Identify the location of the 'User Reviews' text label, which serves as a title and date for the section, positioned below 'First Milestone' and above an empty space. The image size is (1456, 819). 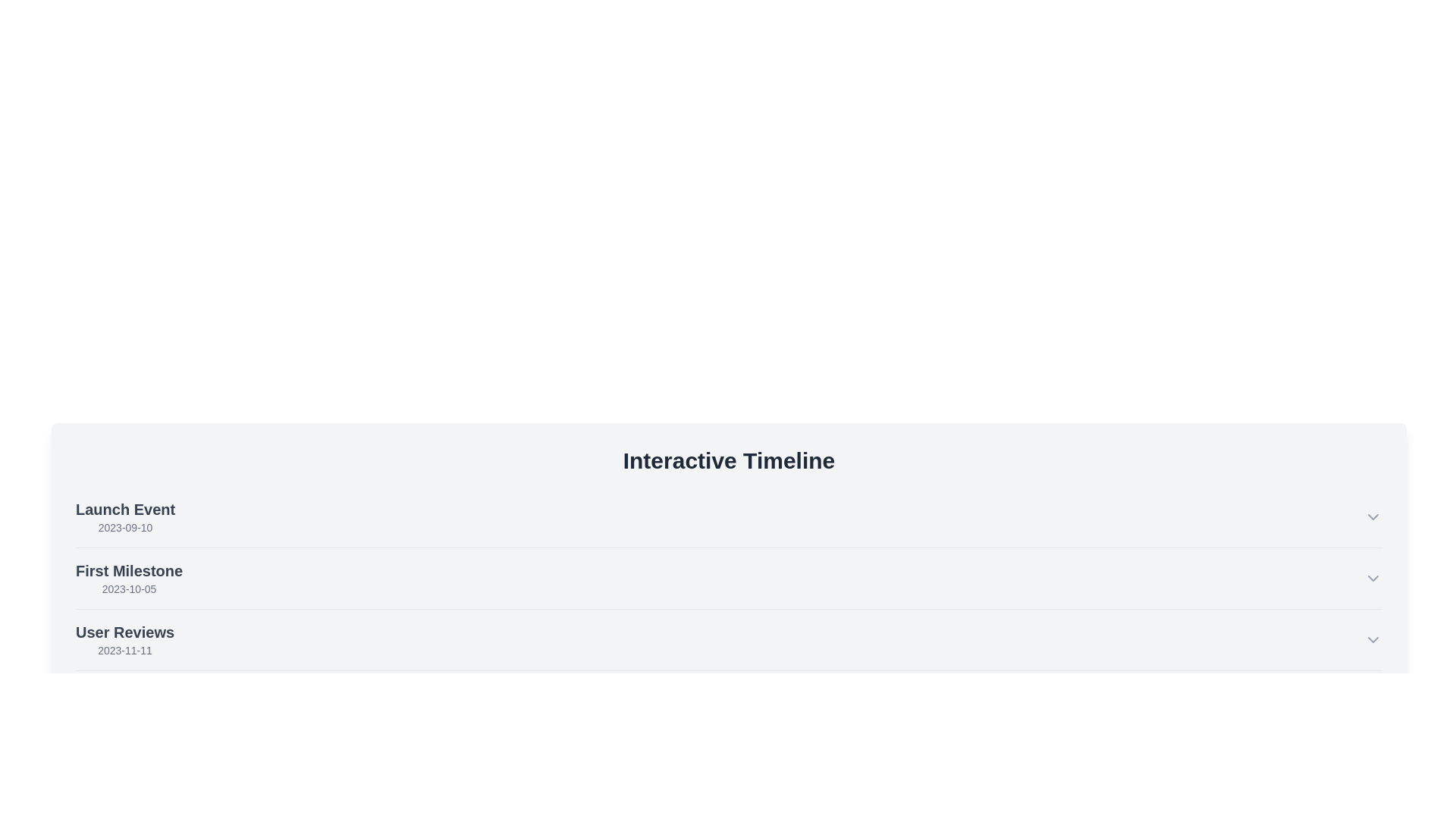
(125, 640).